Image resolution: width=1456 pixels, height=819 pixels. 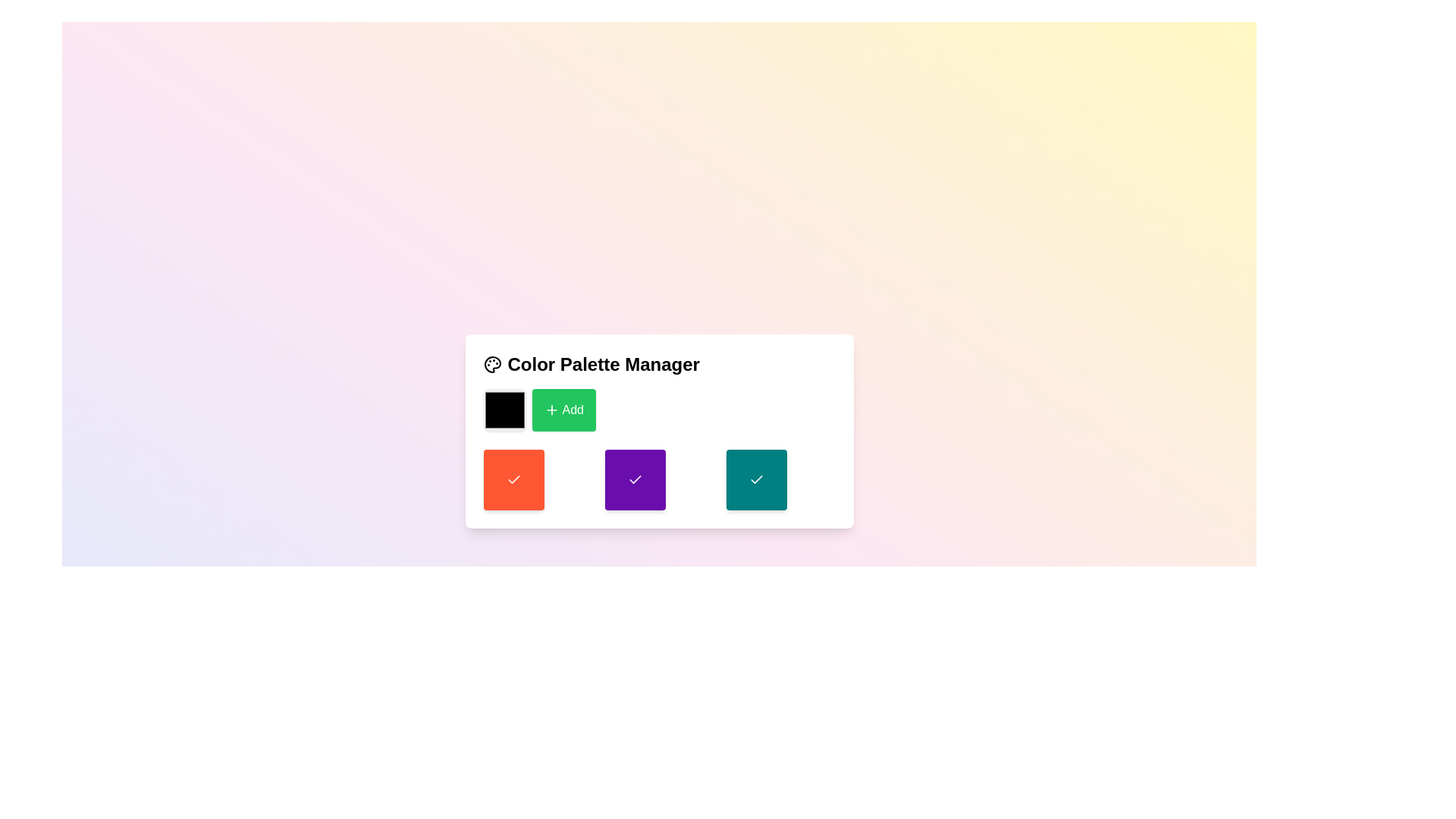 I want to click on the selectable color box in the Color Palette Manager, so click(x=513, y=479).